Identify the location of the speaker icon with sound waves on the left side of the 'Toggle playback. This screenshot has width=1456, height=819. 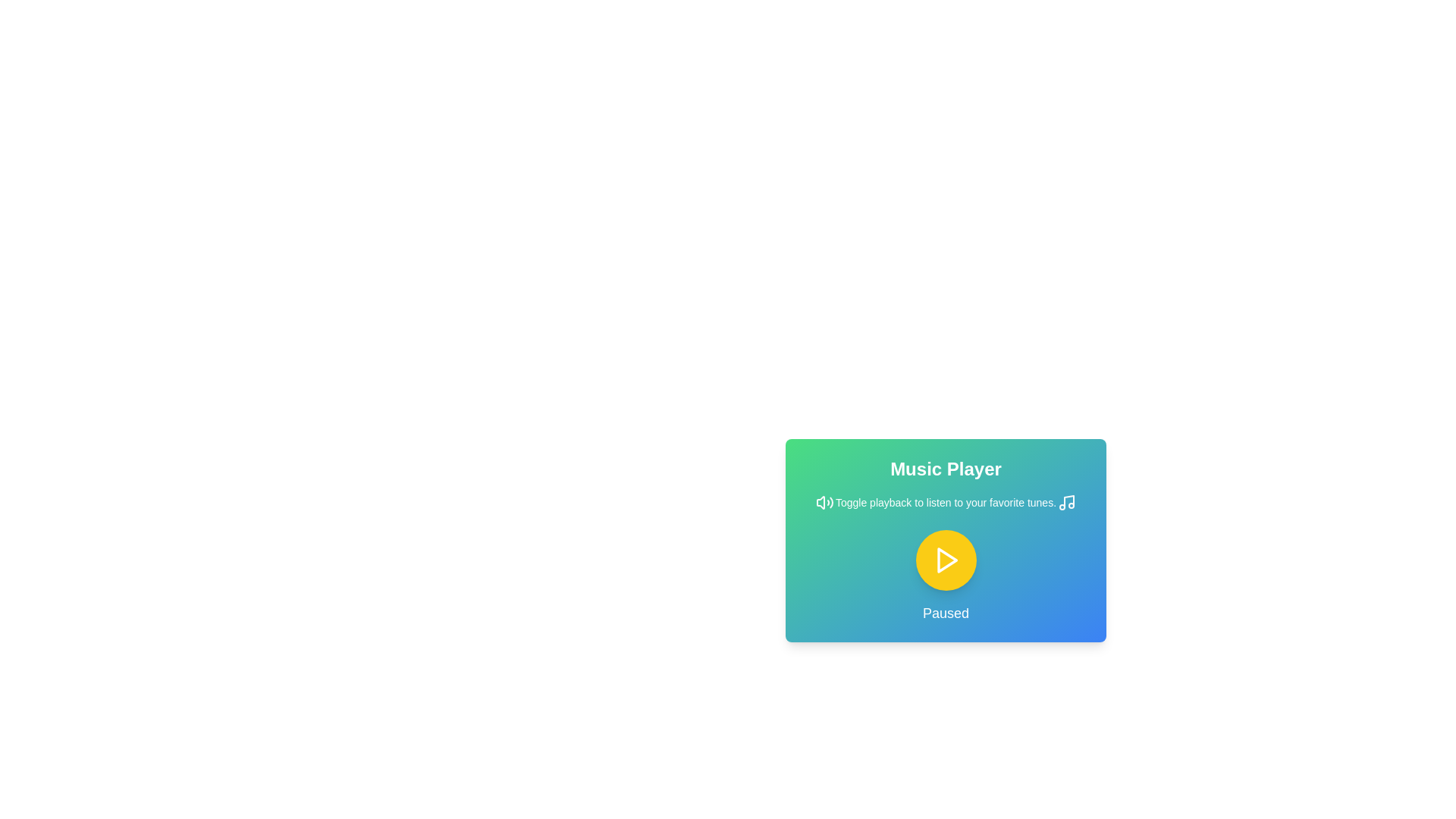
(824, 503).